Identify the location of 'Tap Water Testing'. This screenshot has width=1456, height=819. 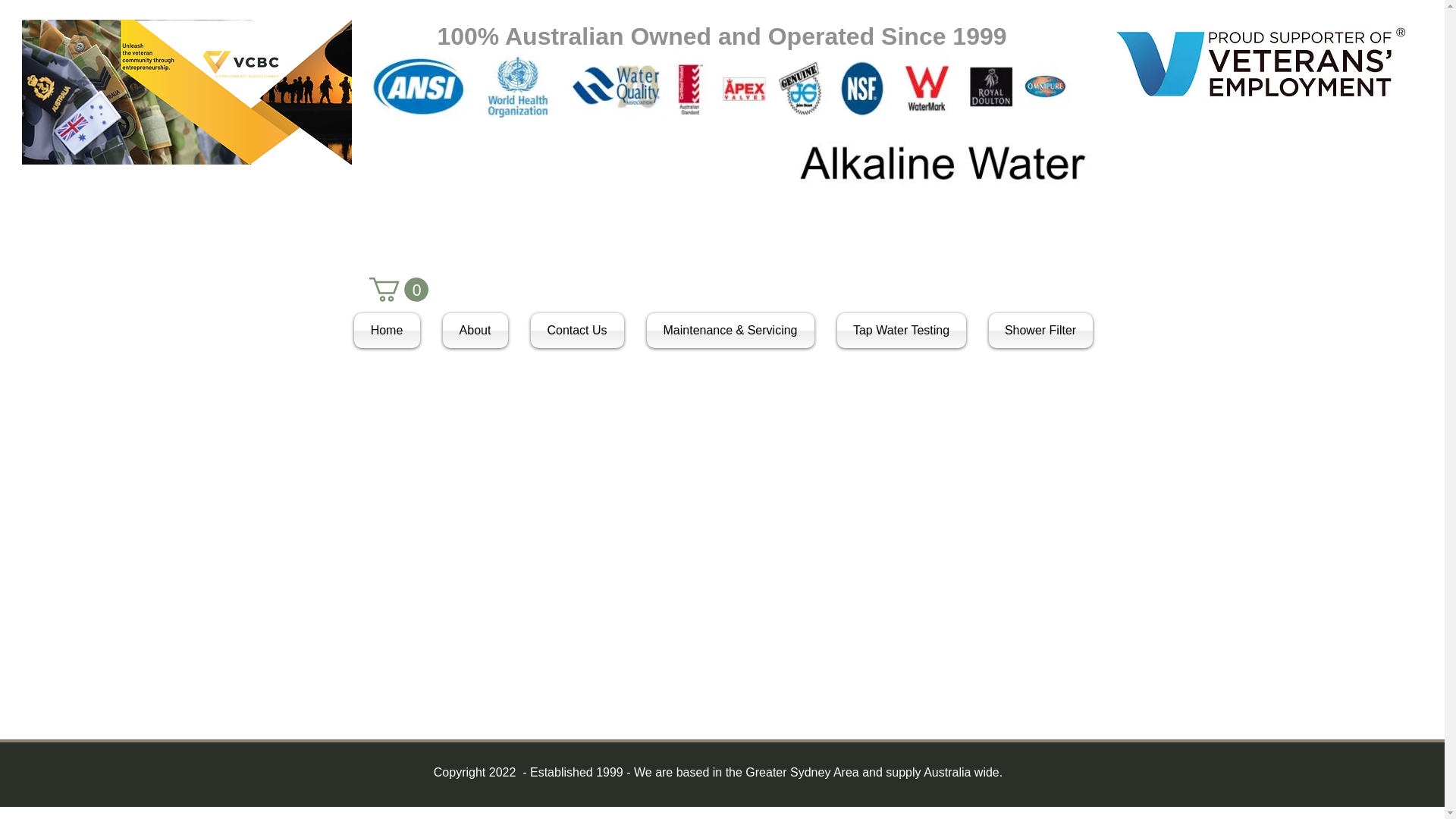
(824, 329).